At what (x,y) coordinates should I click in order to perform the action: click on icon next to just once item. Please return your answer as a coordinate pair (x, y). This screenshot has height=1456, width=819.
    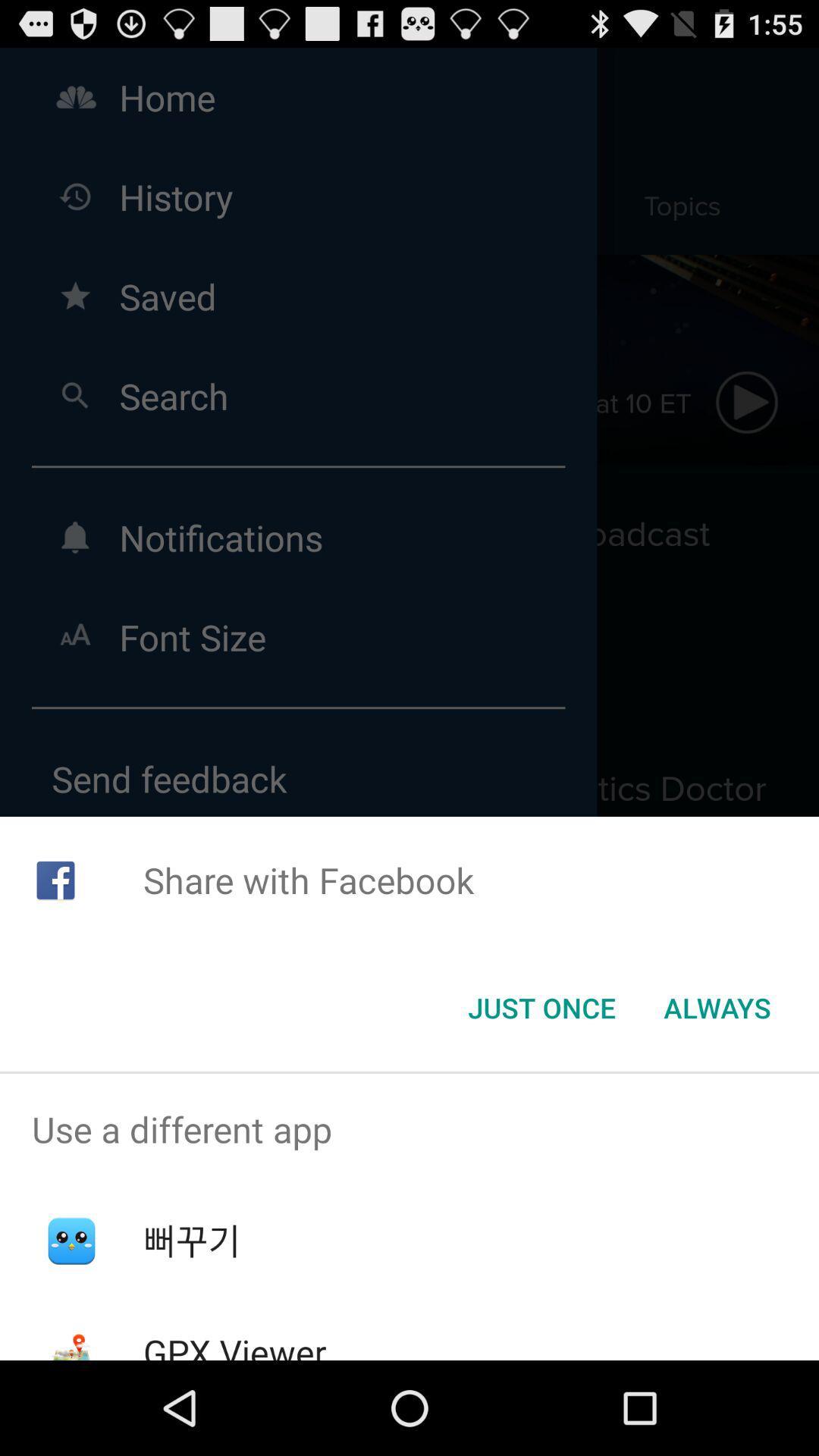
    Looking at the image, I should click on (717, 1008).